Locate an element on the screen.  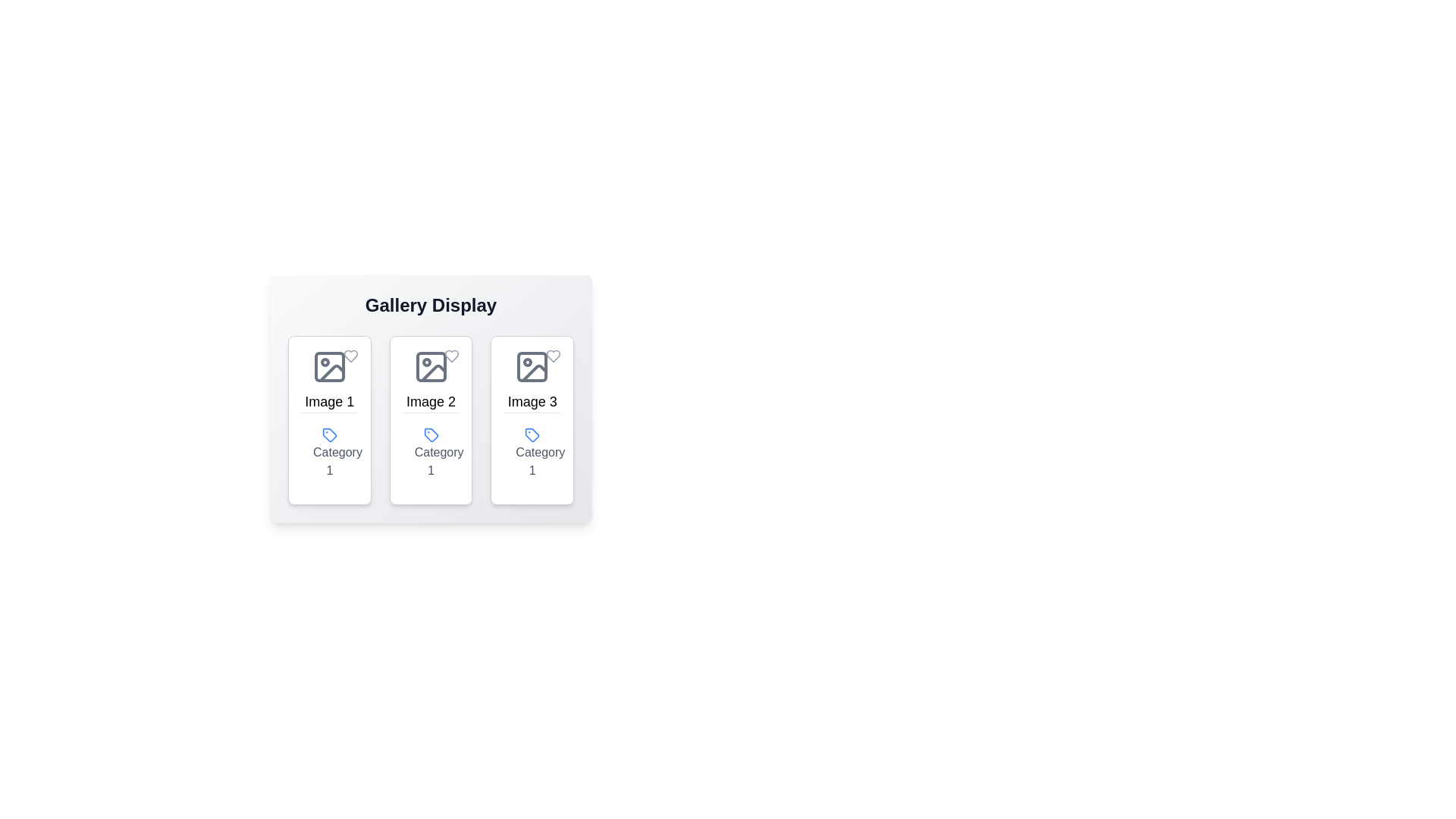
the heart icon in the top-right corner of the card labeled 'Image 2' is located at coordinates (451, 356).